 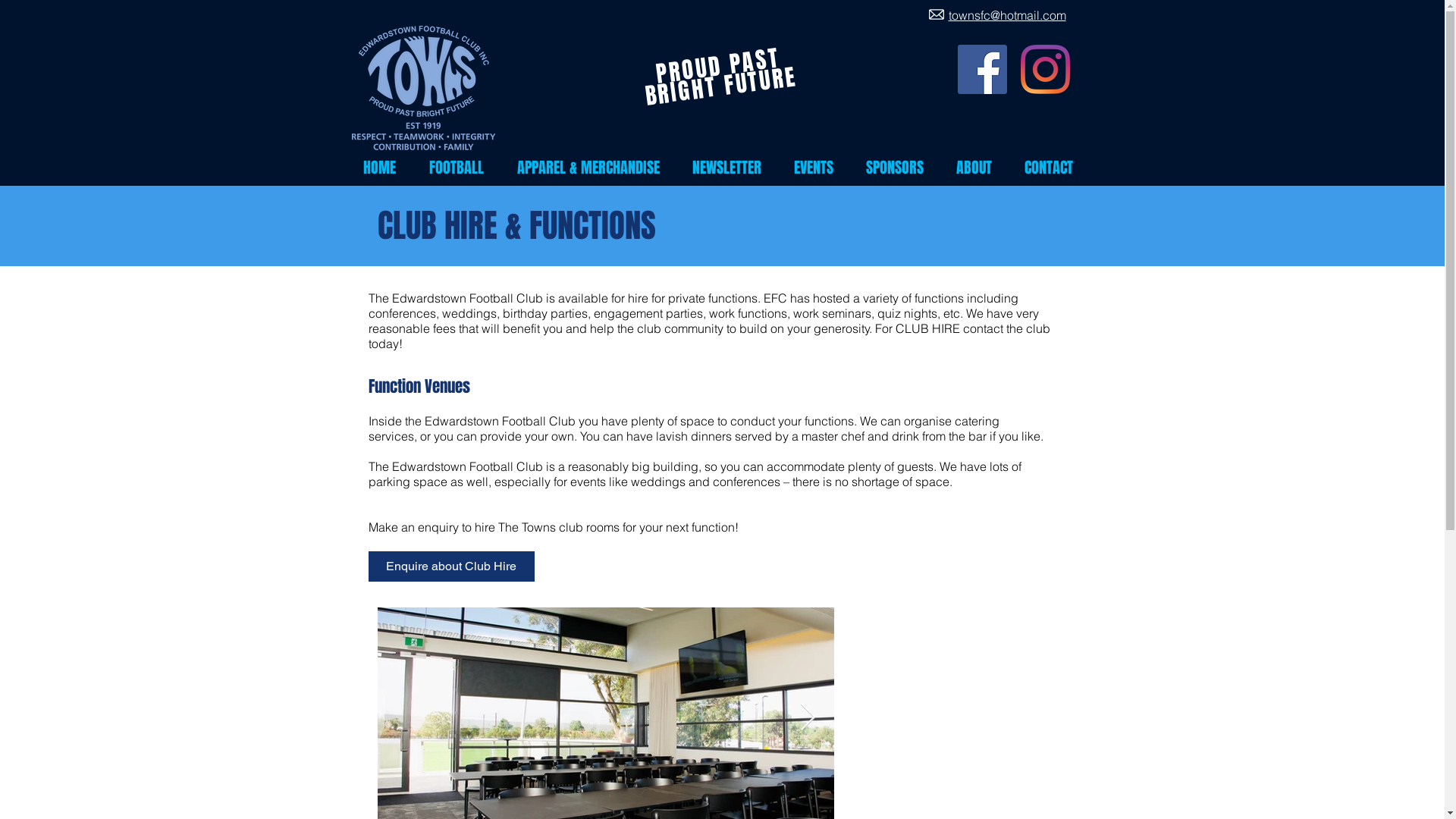 What do you see at coordinates (944, 168) in the screenshot?
I see `'ABOUT'` at bounding box center [944, 168].